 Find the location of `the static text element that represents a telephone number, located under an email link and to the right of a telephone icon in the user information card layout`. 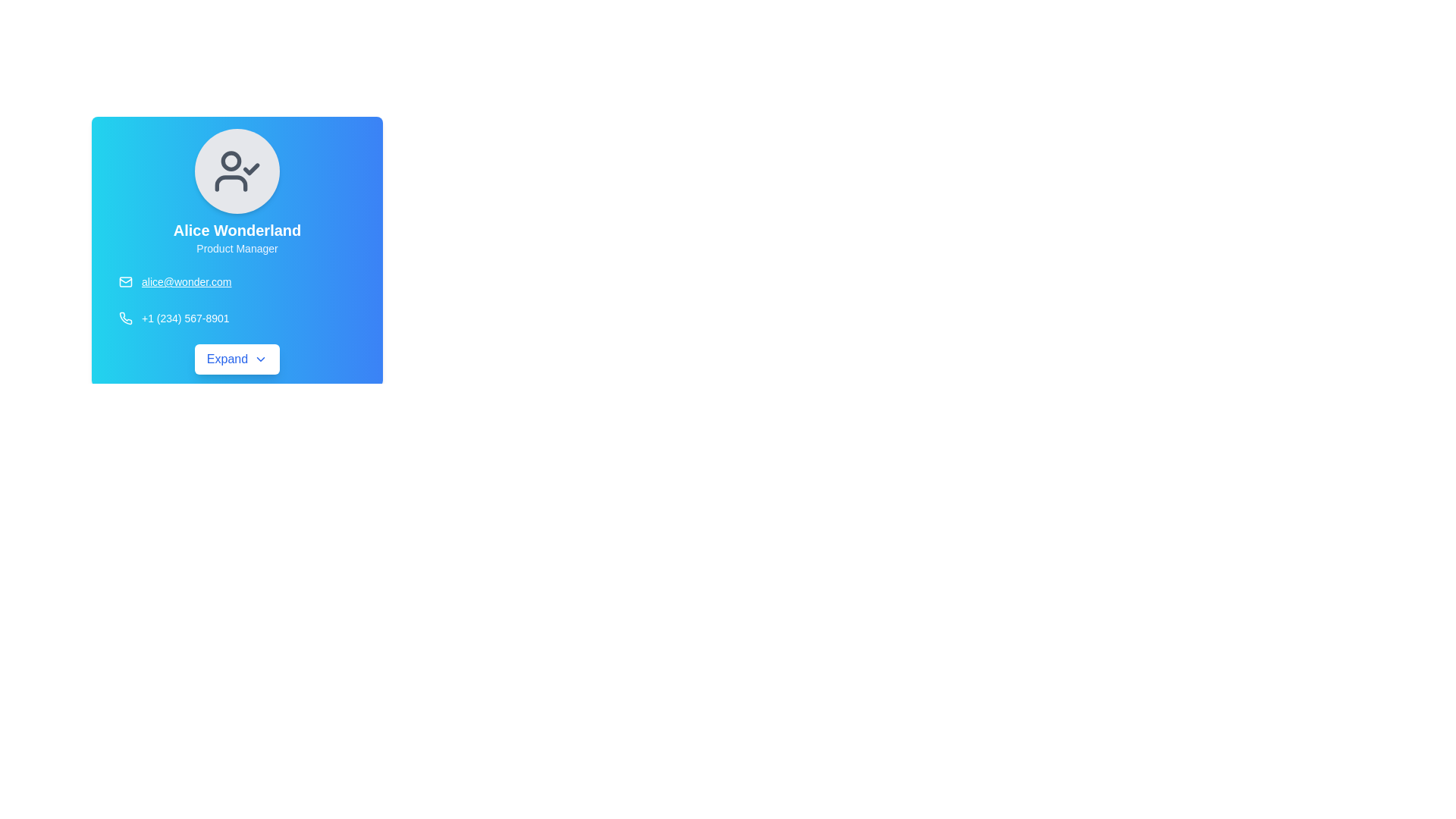

the static text element that represents a telephone number, located under an email link and to the right of a telephone icon in the user information card layout is located at coordinates (184, 318).